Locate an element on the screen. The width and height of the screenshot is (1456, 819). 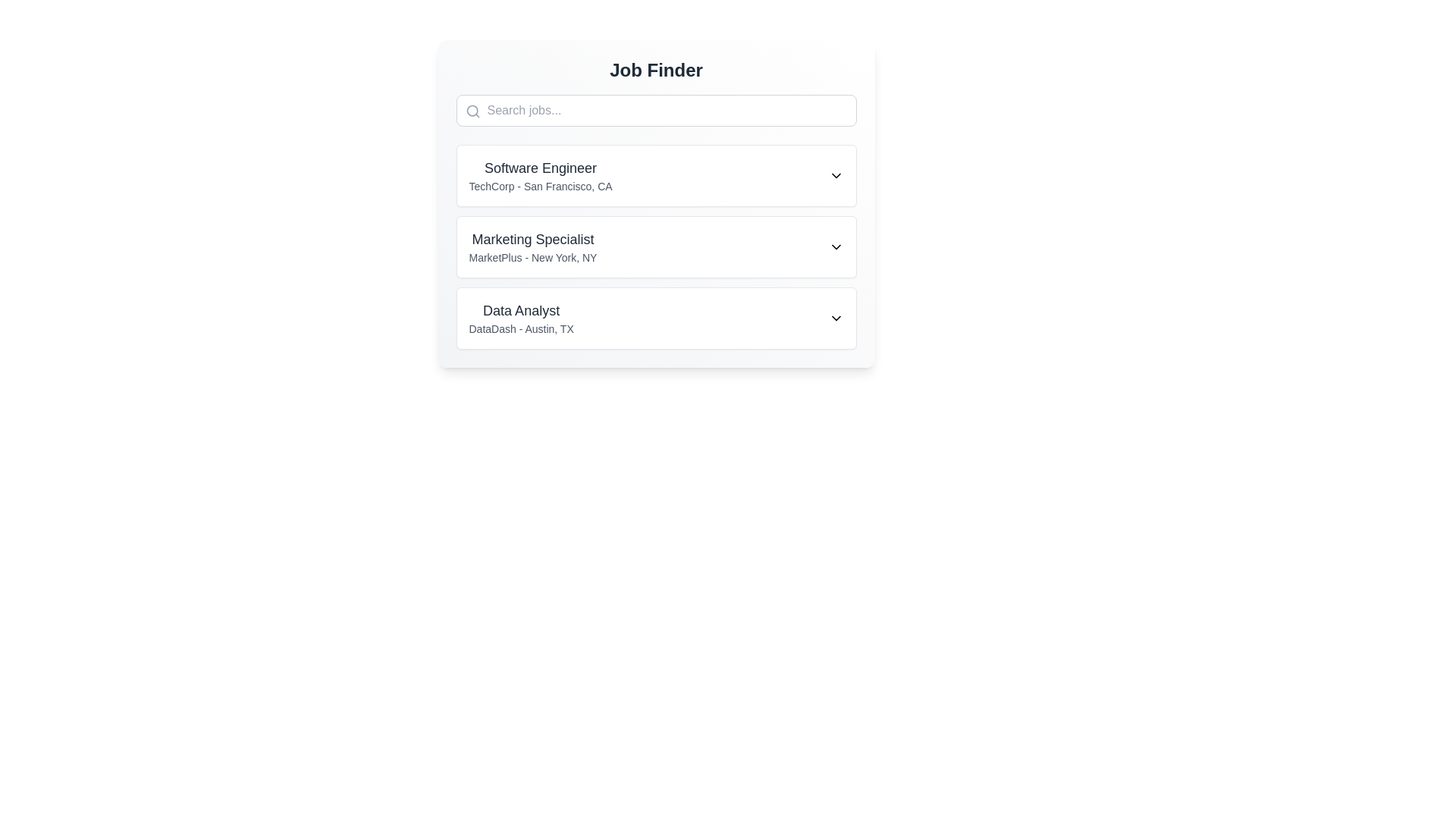
the search input field for job listings by using the Tab key is located at coordinates (656, 110).